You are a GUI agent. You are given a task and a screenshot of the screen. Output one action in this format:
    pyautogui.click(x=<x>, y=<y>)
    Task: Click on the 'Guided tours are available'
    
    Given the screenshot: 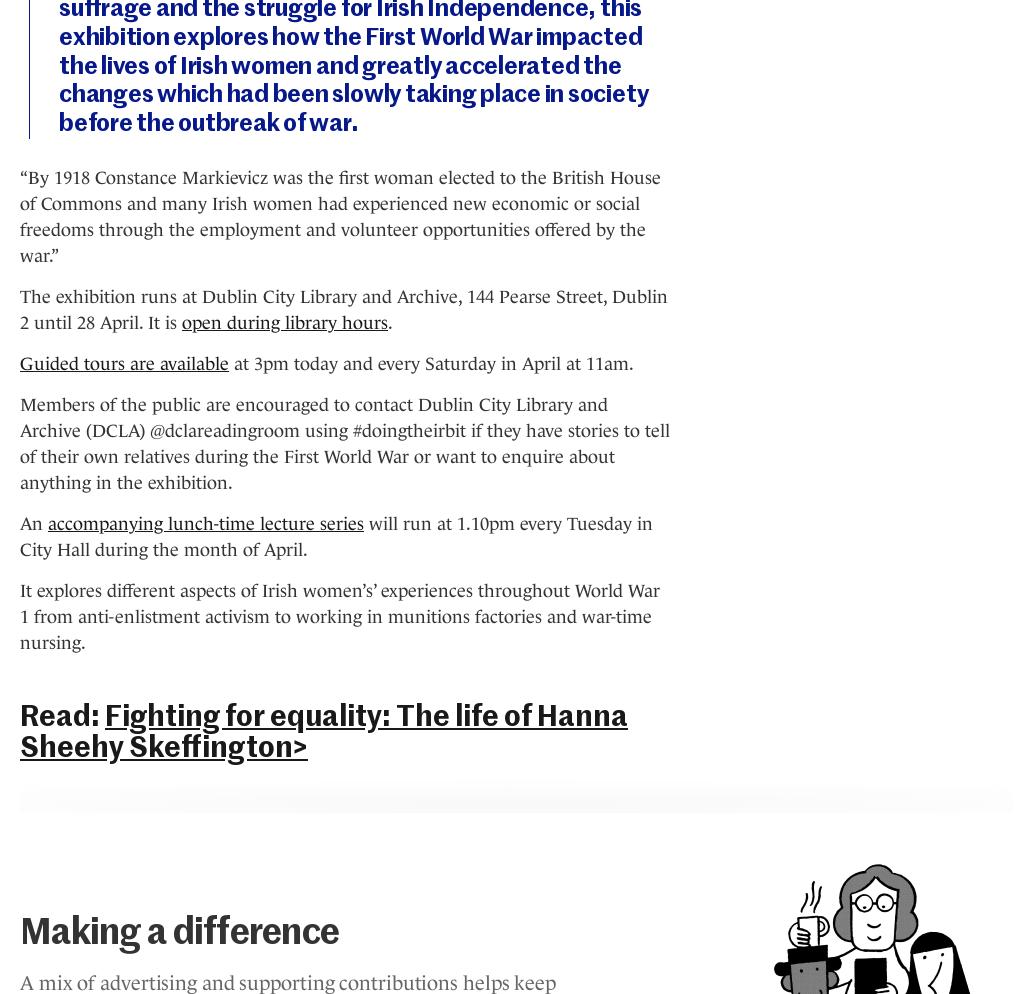 What is the action you would take?
    pyautogui.click(x=123, y=363)
    